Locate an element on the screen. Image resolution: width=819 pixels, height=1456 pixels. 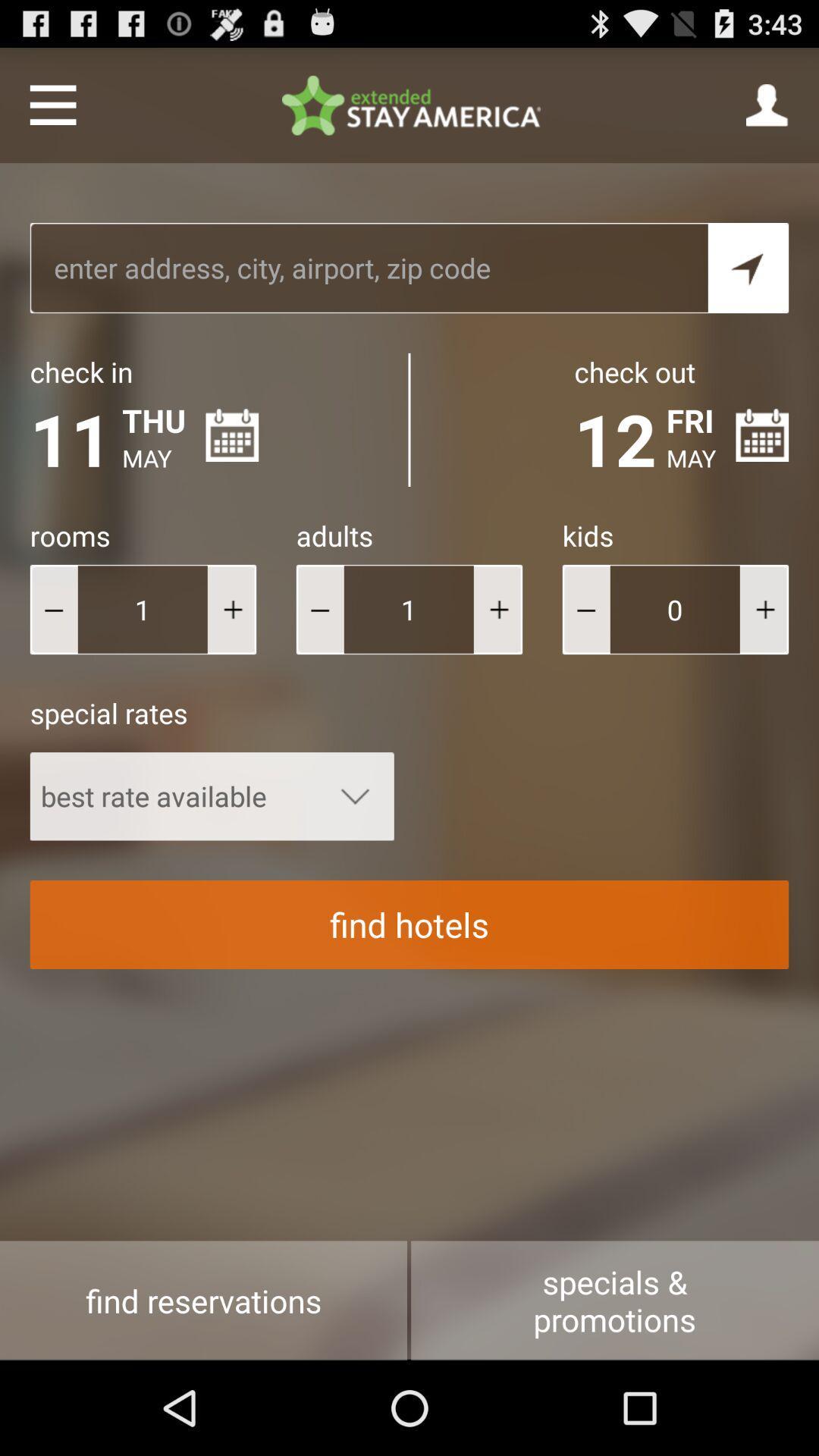
date selection option is located at coordinates (762, 435).